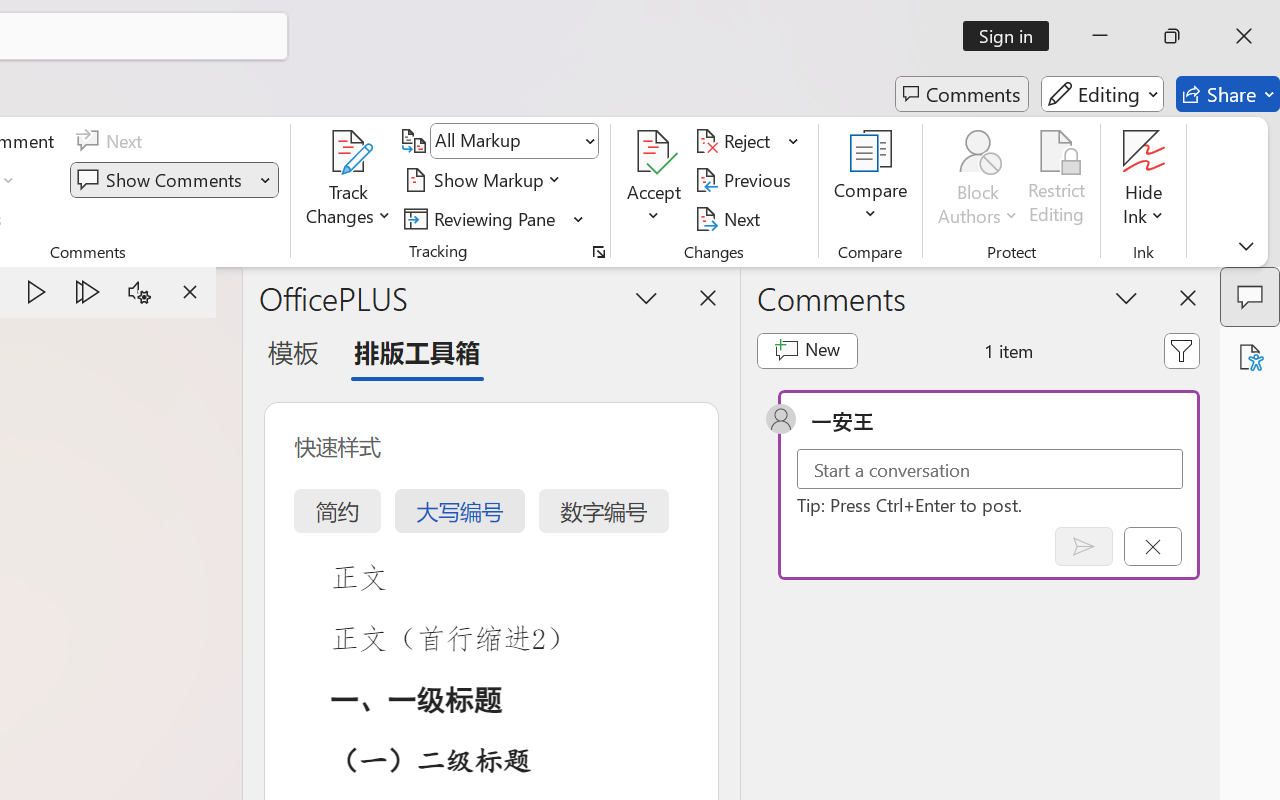  What do you see at coordinates (174, 179) in the screenshot?
I see `'Show Comments'` at bounding box center [174, 179].